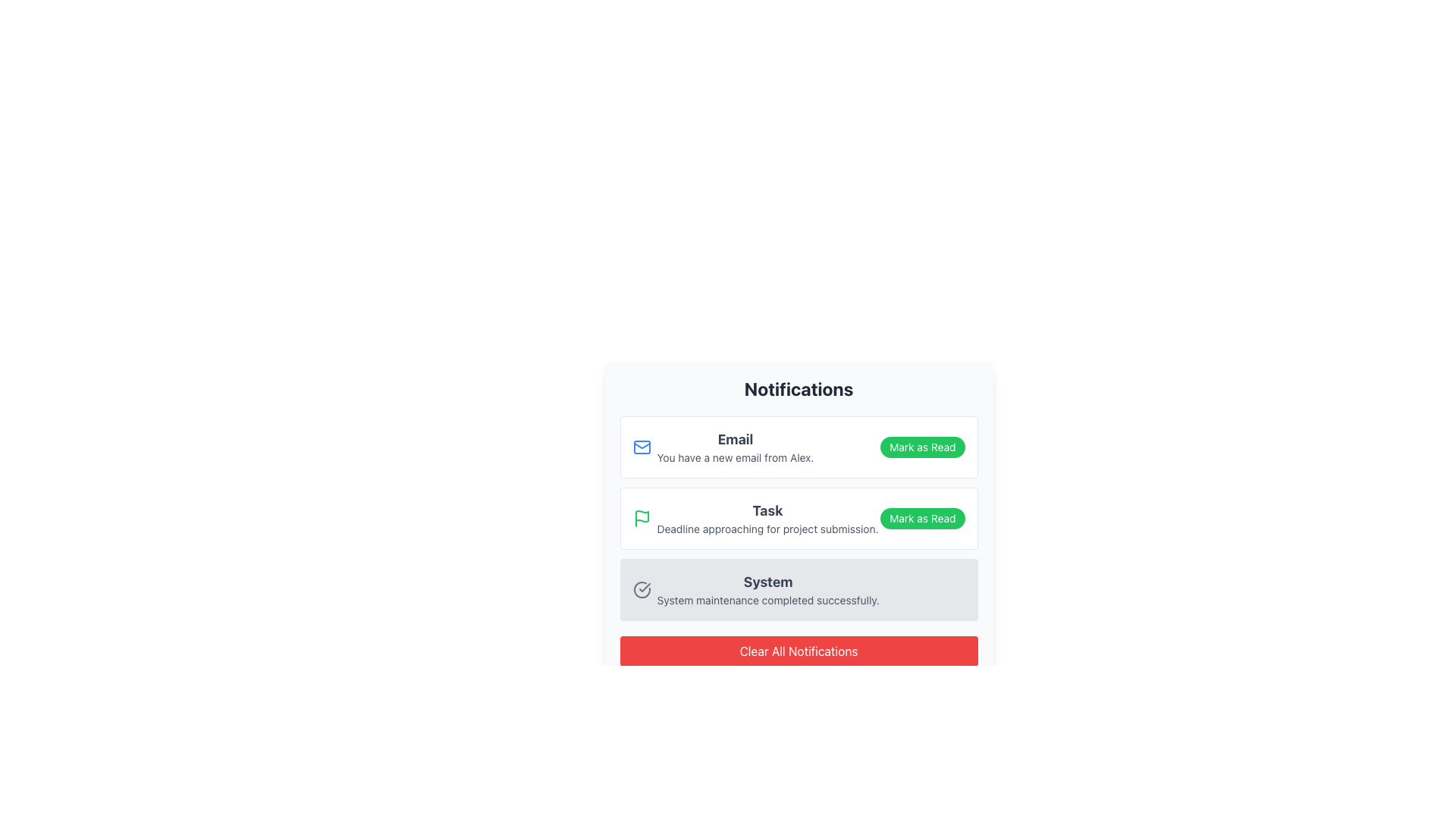 Image resolution: width=1456 pixels, height=819 pixels. What do you see at coordinates (642, 447) in the screenshot?
I see `the email notification represented by the envelope icon located within the SVG graphic component, positioned to the left of the 'Email' text label` at bounding box center [642, 447].